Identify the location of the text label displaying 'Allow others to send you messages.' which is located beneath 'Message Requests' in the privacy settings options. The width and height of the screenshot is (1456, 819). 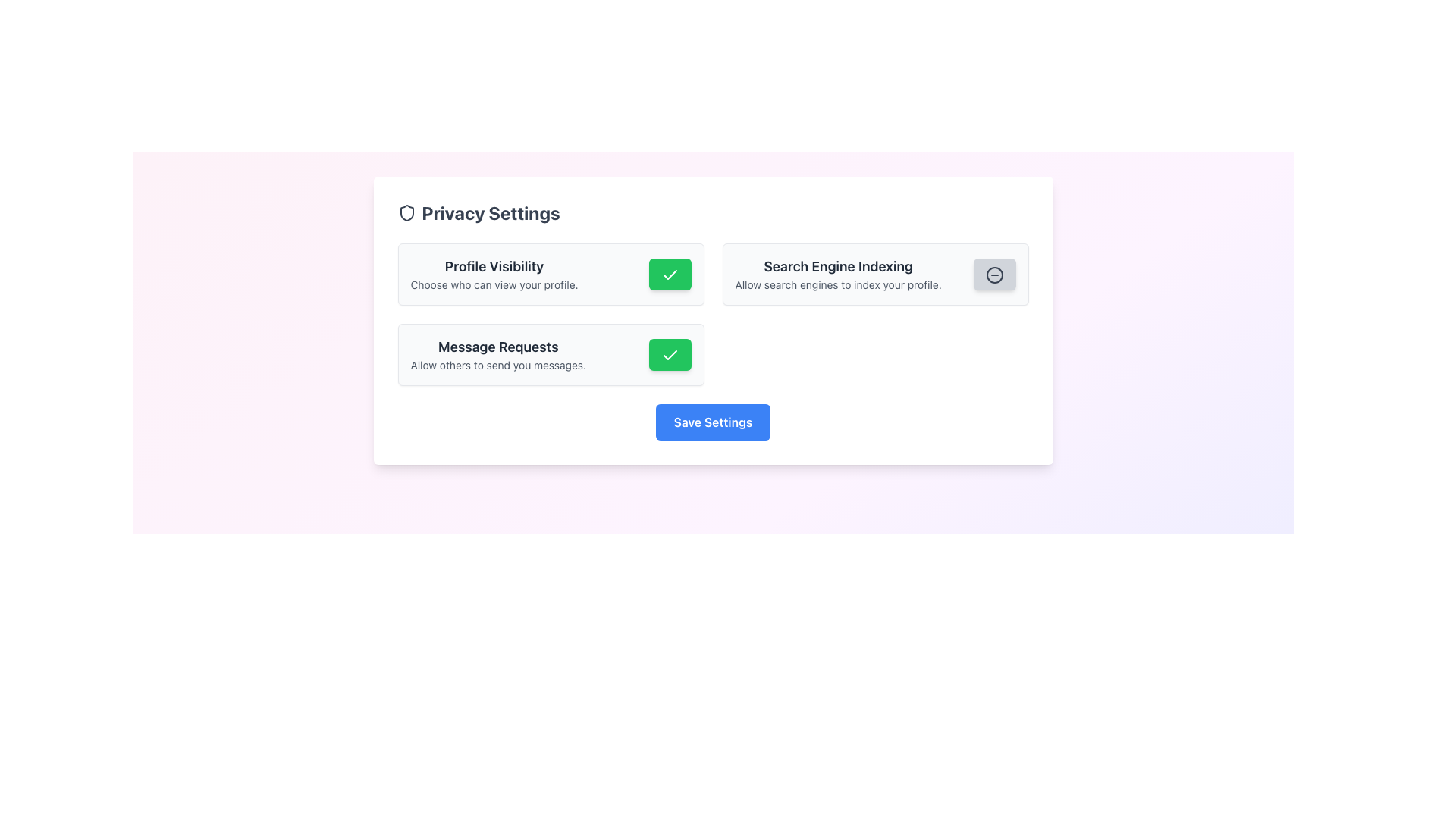
(498, 366).